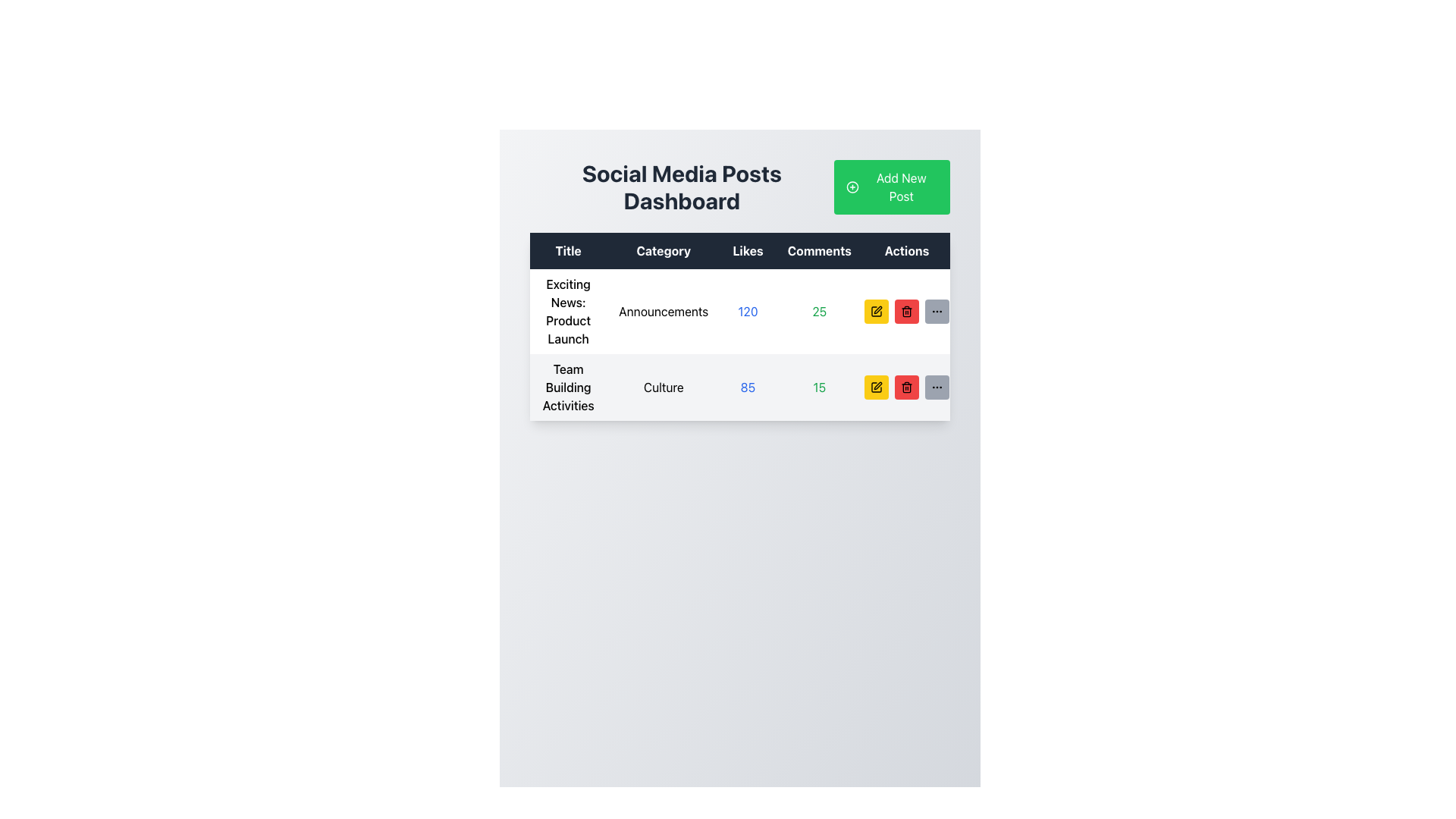  Describe the element at coordinates (877, 311) in the screenshot. I see `the edit icon within the 'Edit' button of the 'Team Building Activities' entry in the Actions column` at that location.